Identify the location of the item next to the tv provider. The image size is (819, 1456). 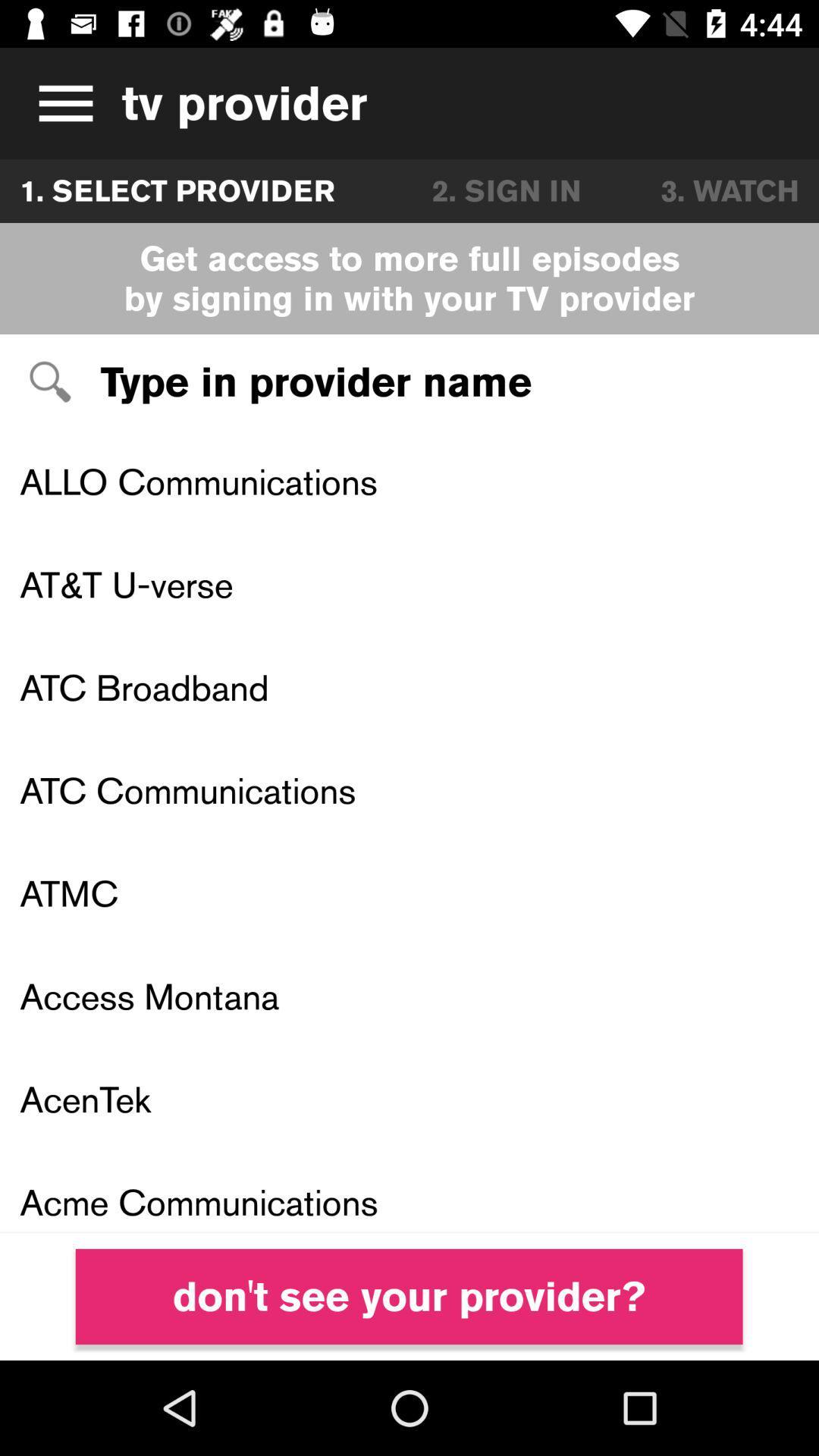
(60, 102).